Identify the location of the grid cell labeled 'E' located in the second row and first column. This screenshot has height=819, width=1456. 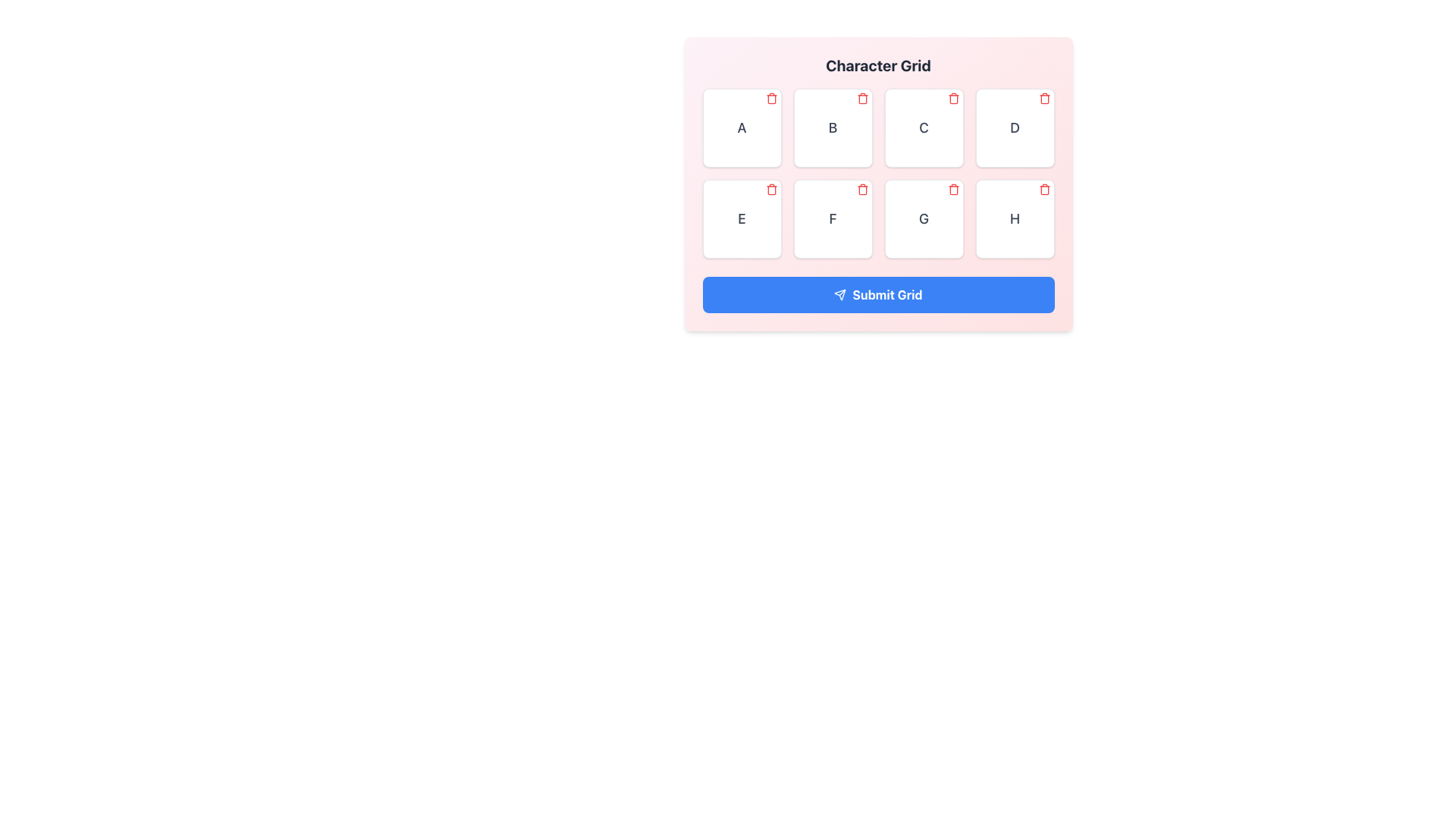
(742, 219).